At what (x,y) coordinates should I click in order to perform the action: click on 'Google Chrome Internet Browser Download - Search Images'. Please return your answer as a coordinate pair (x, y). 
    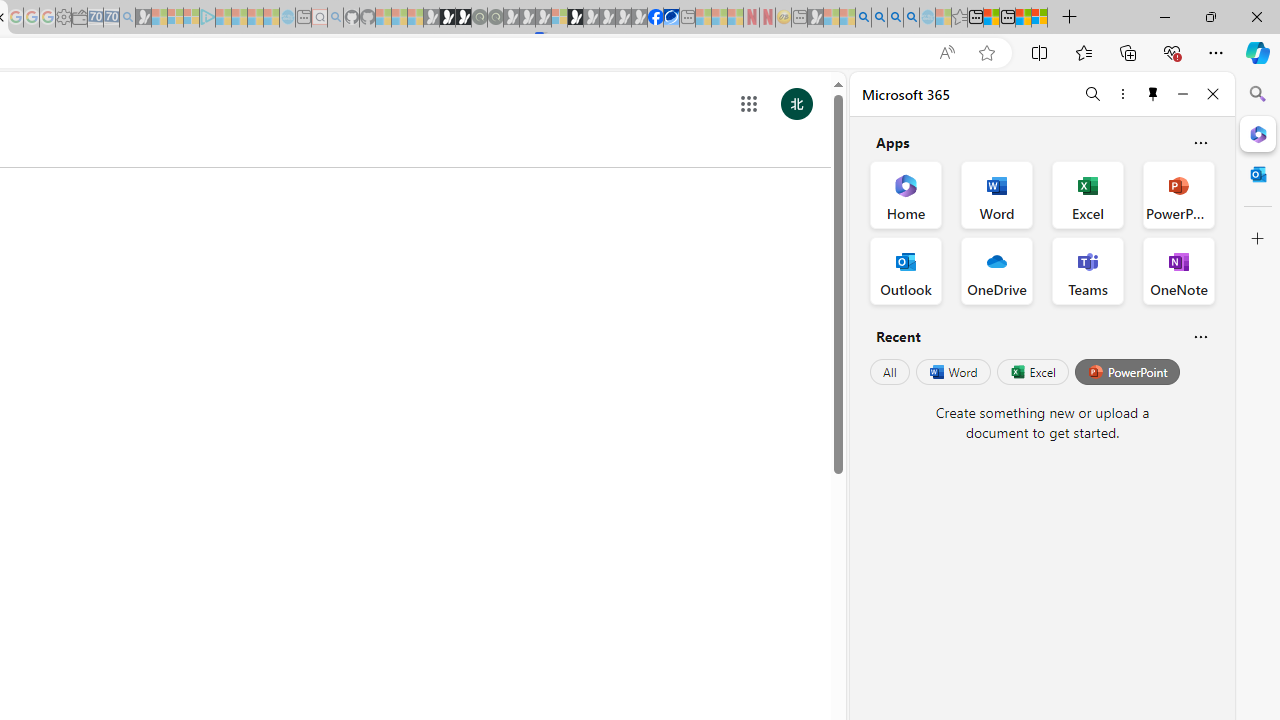
    Looking at the image, I should click on (910, 17).